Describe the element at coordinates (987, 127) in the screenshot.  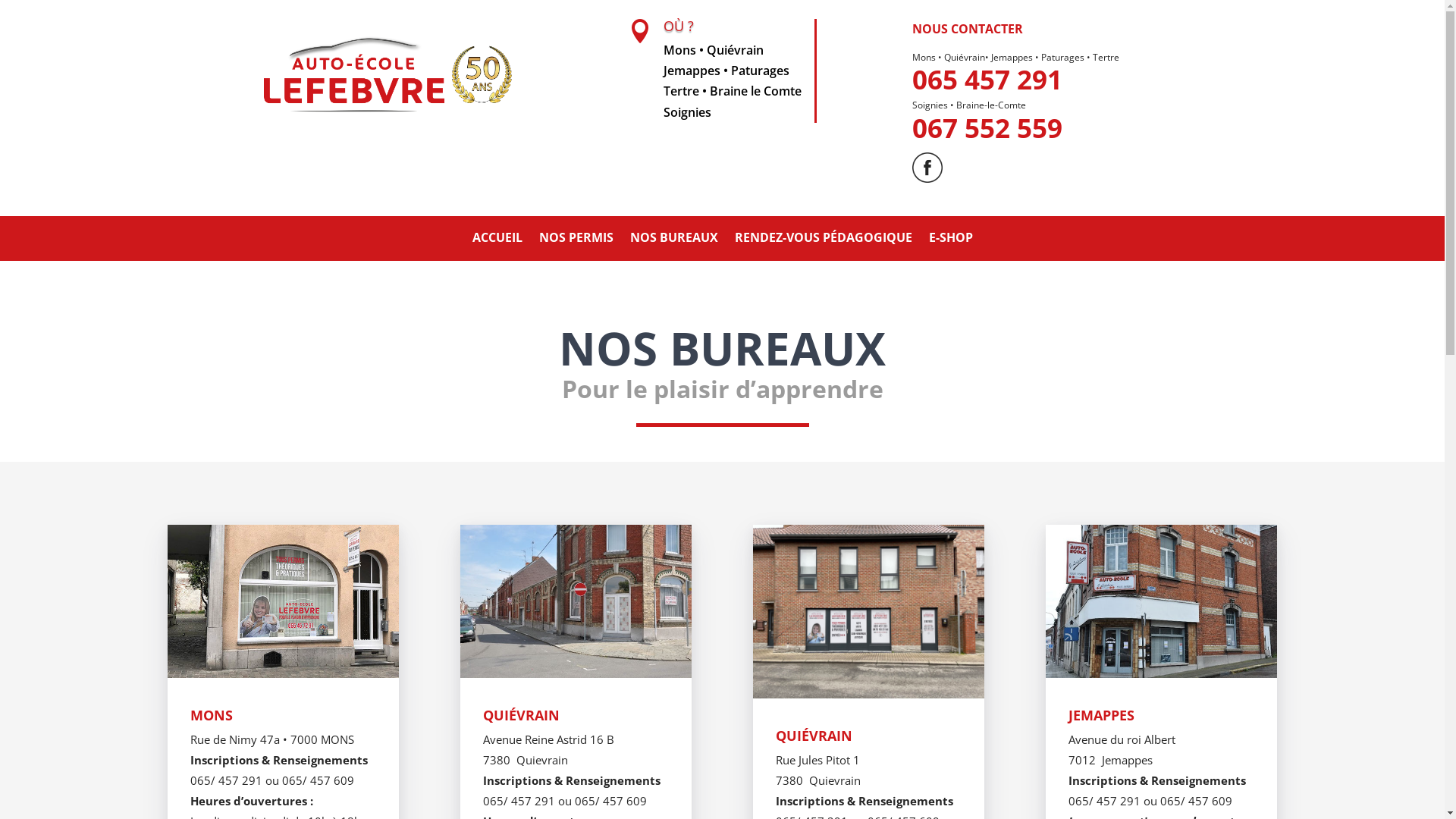
I see `'067 552 559'` at that location.